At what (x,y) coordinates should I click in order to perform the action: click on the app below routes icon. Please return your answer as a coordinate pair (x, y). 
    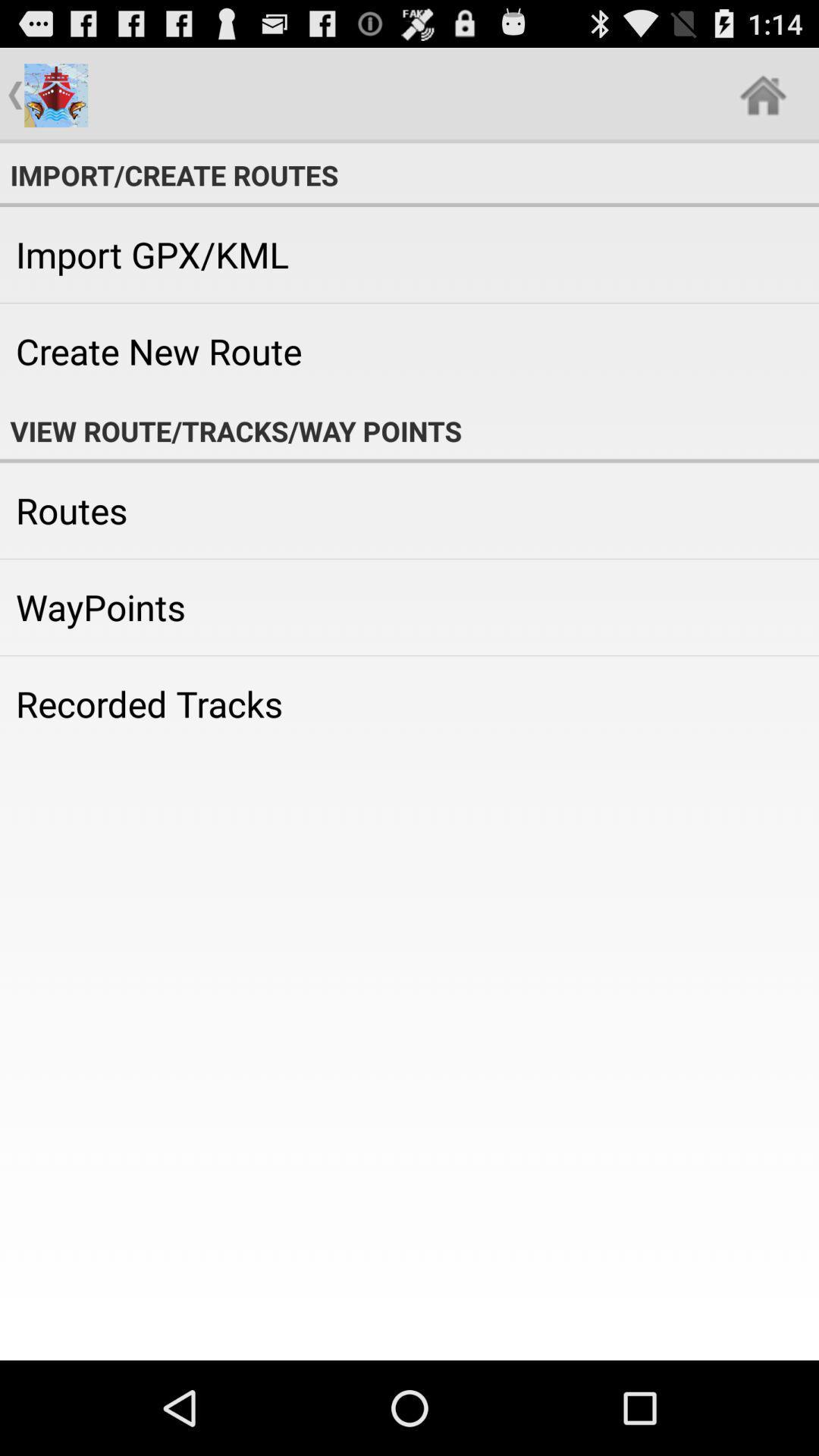
    Looking at the image, I should click on (409, 607).